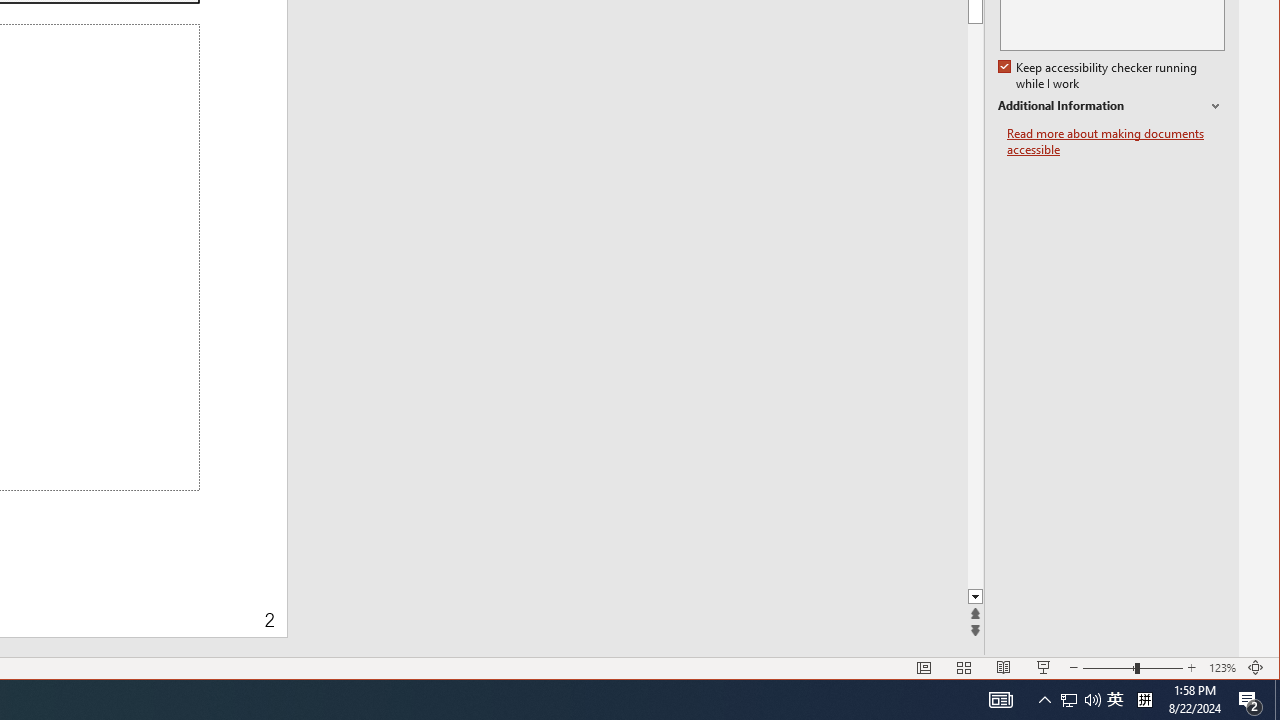 This screenshot has width=1280, height=720. I want to click on 'Tray Input Indicator - Chinese (Simplified, China)', so click(1144, 698).